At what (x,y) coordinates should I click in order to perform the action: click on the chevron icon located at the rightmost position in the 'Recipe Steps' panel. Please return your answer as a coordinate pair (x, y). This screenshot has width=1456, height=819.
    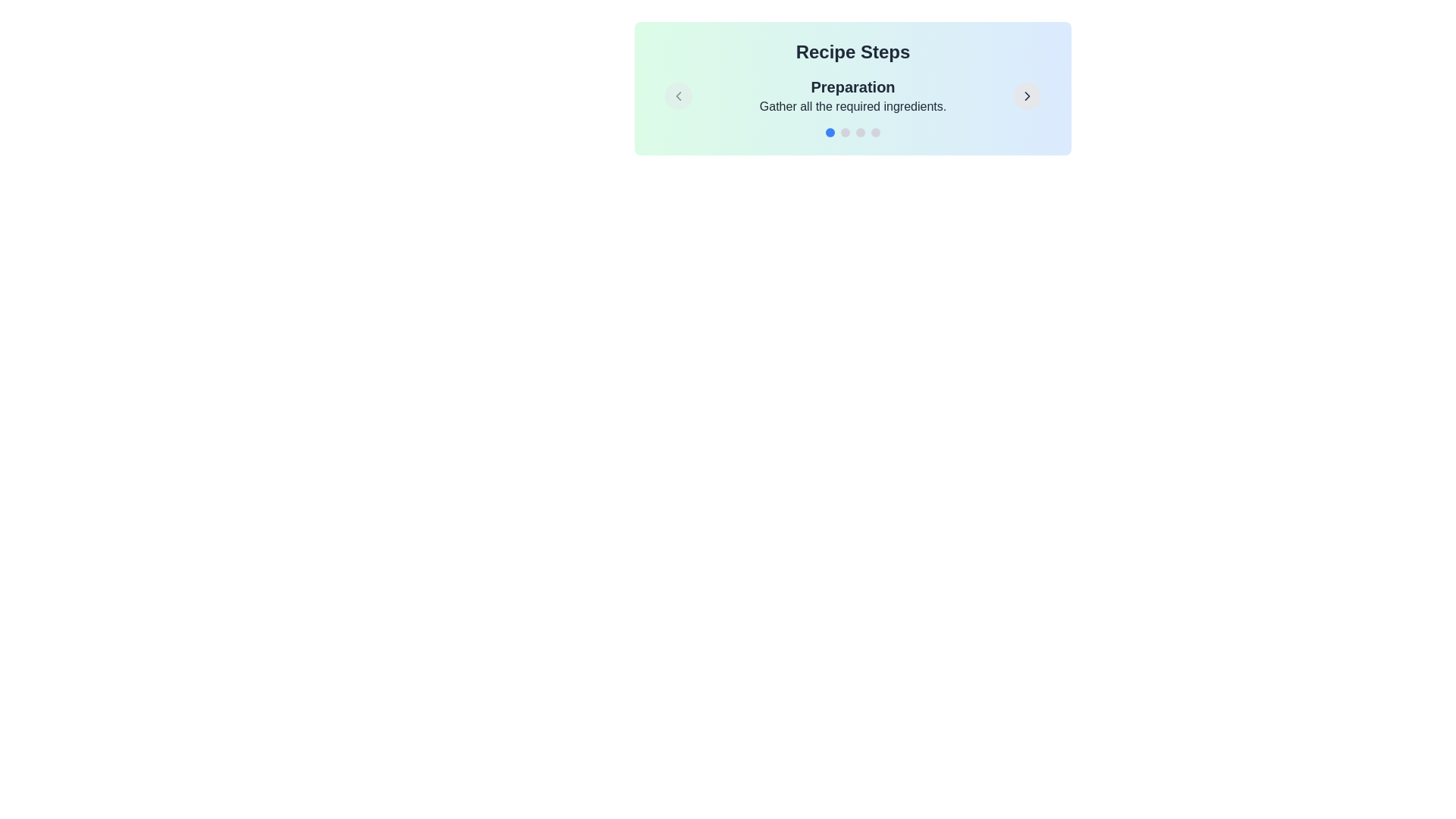
    Looking at the image, I should click on (1027, 96).